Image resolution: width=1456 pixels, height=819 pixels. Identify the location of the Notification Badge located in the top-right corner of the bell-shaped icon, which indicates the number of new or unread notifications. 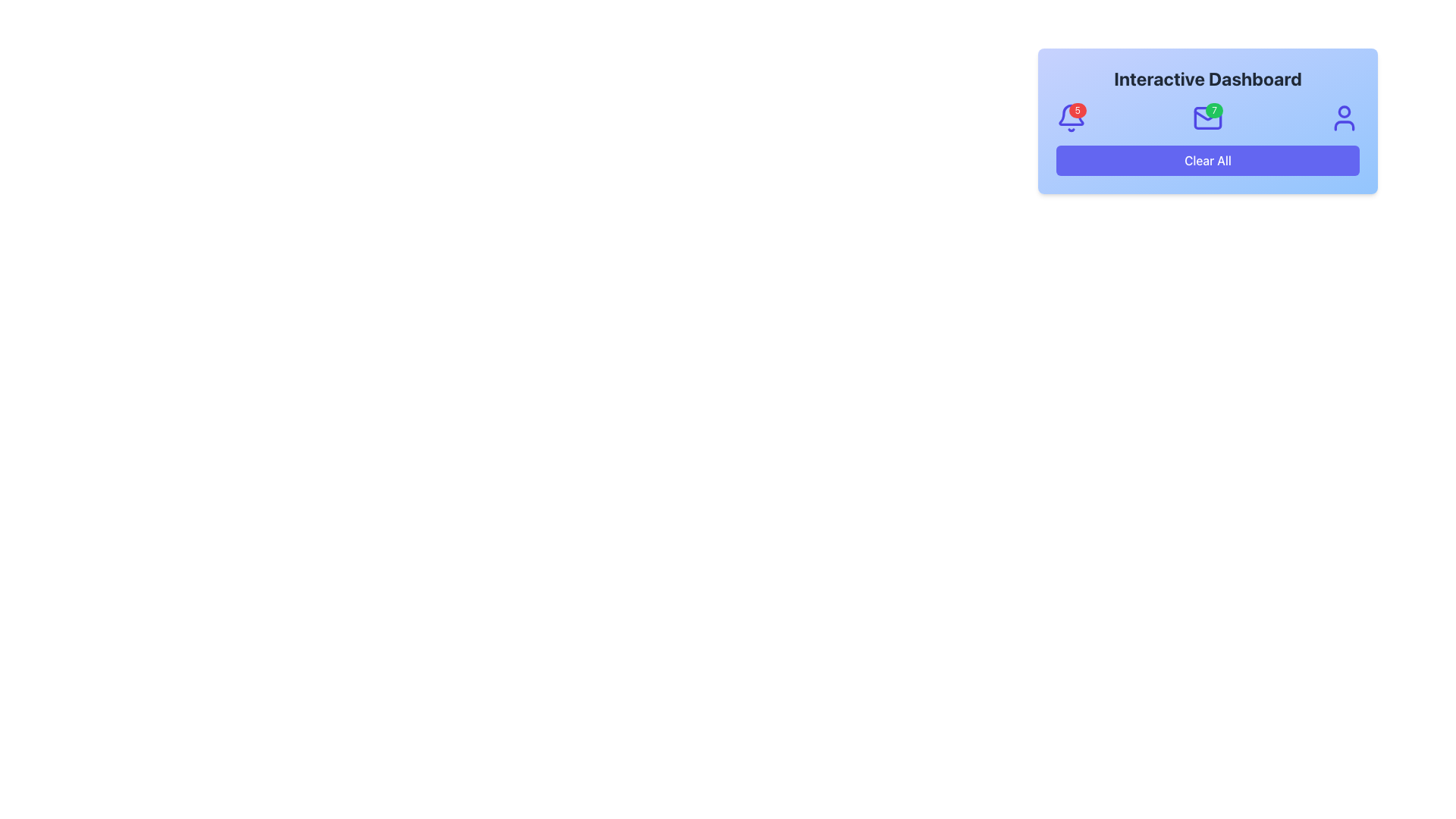
(1077, 110).